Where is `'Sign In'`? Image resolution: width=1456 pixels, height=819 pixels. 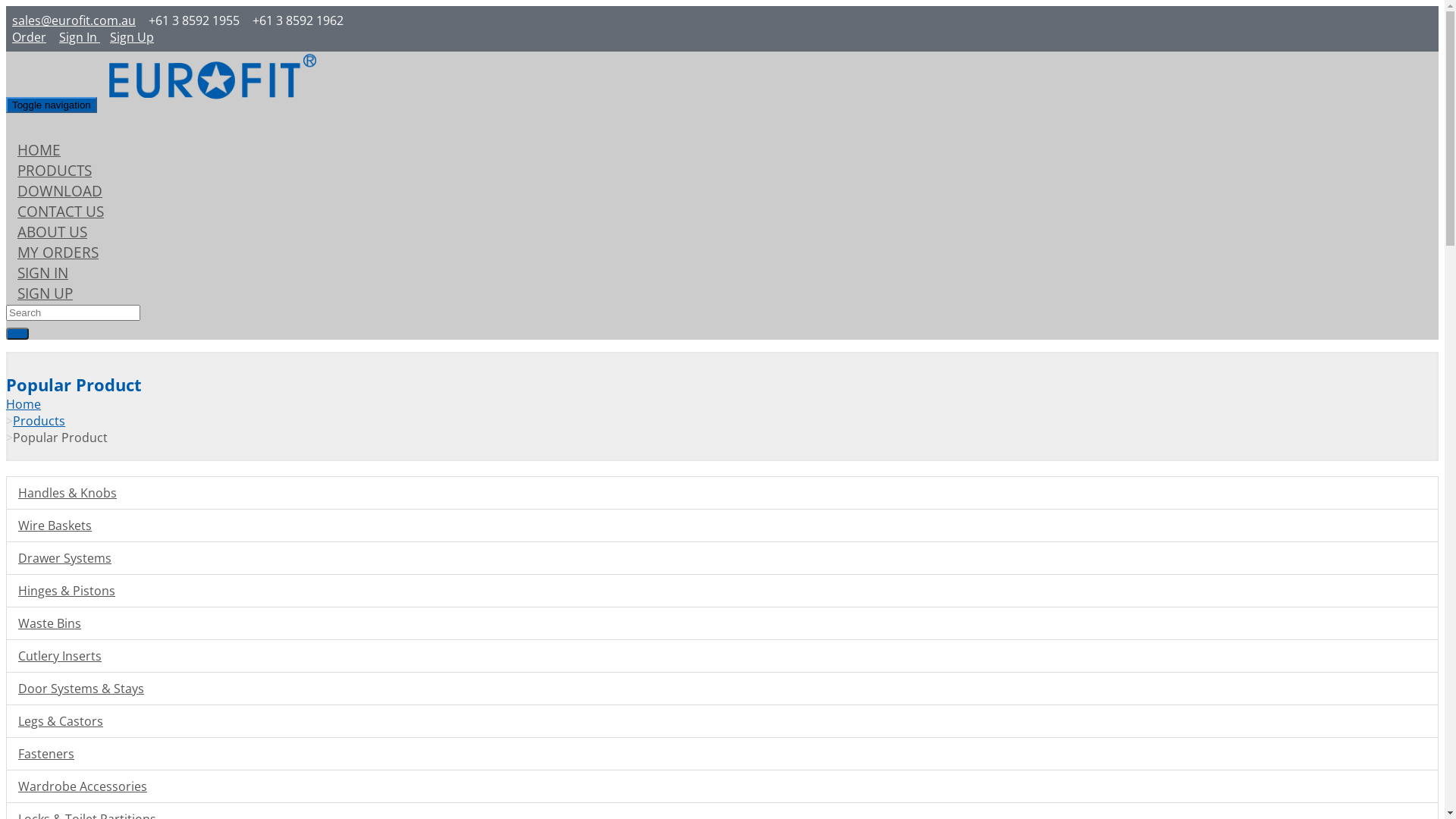 'Sign In' is located at coordinates (77, 36).